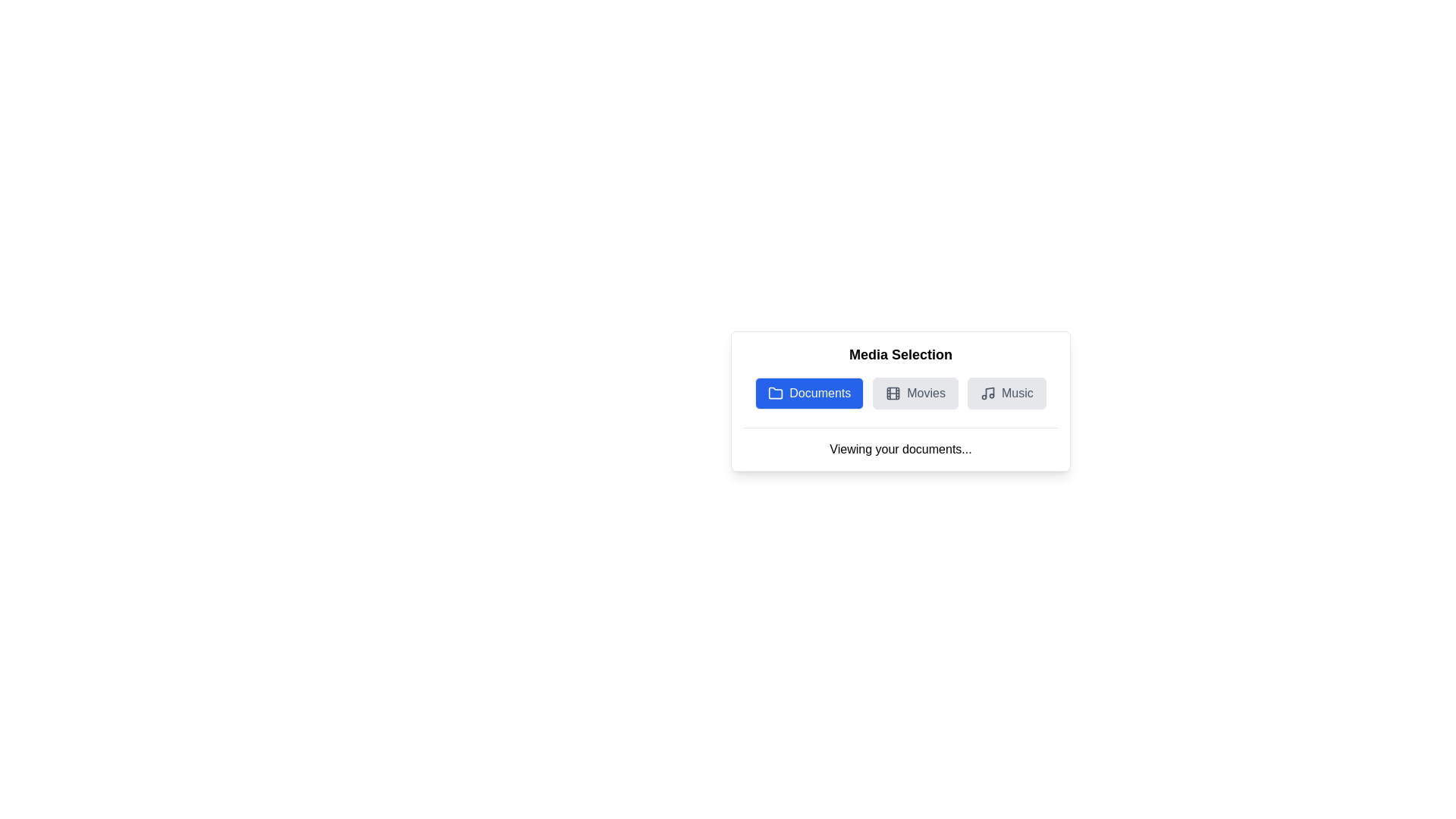  Describe the element at coordinates (808, 393) in the screenshot. I see `the 'Documents' button using keyboard navigation to focus on the element, which is a blue button with white text and a folder icon` at that location.